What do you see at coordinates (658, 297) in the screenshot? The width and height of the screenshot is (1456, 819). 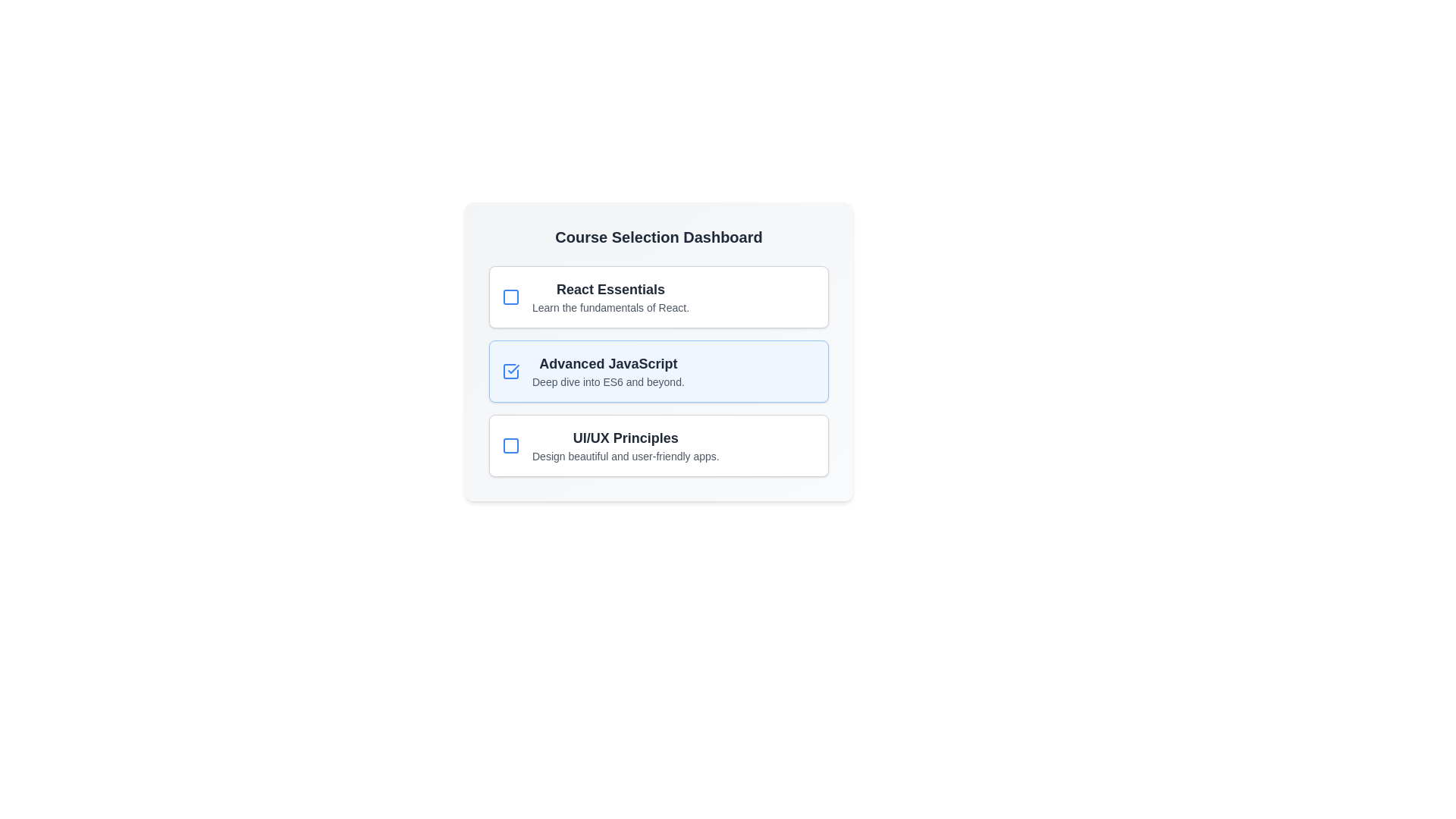 I see `the 'React Essentials' course selection card, which is the first card in the vertical stack of course cards on the 'Course Selection Dashboard'` at bounding box center [658, 297].